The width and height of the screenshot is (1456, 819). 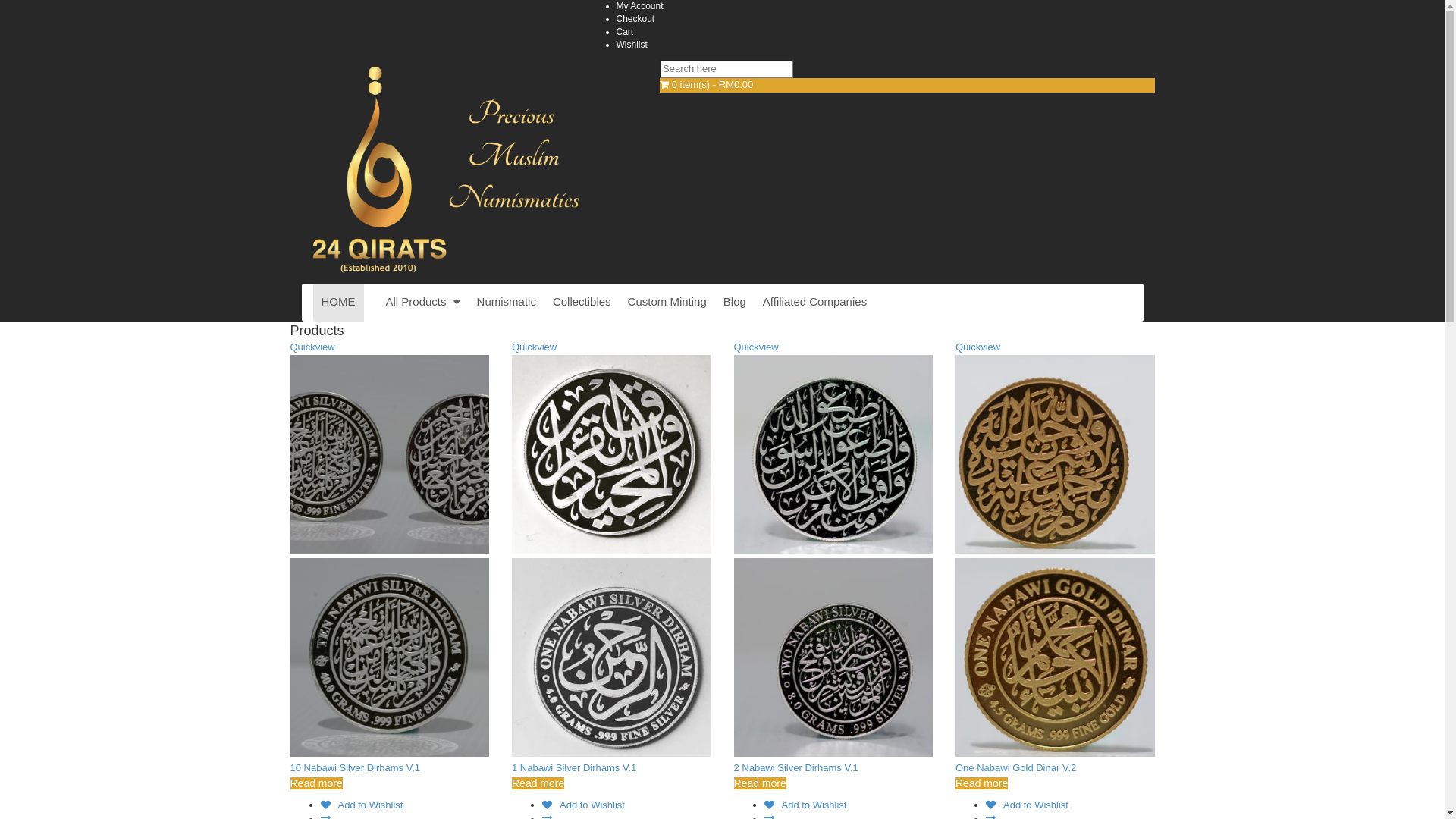 I want to click on 'Affiliated Companies', so click(x=814, y=302).